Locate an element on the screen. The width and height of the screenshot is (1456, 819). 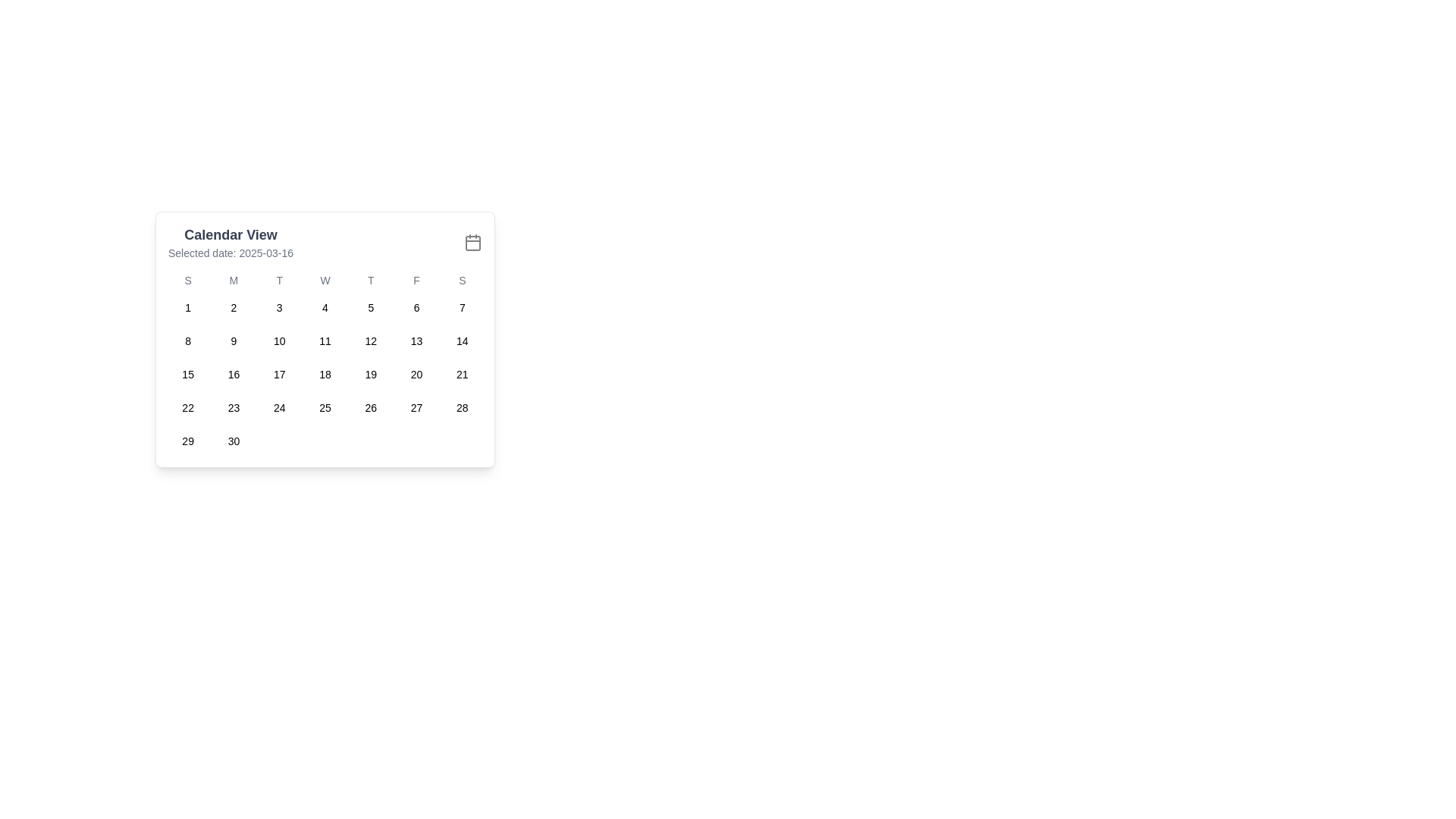
the button representing the date '5th' in the calendar, which is located in the first row and fifth cell of the grid structure is located at coordinates (371, 307).